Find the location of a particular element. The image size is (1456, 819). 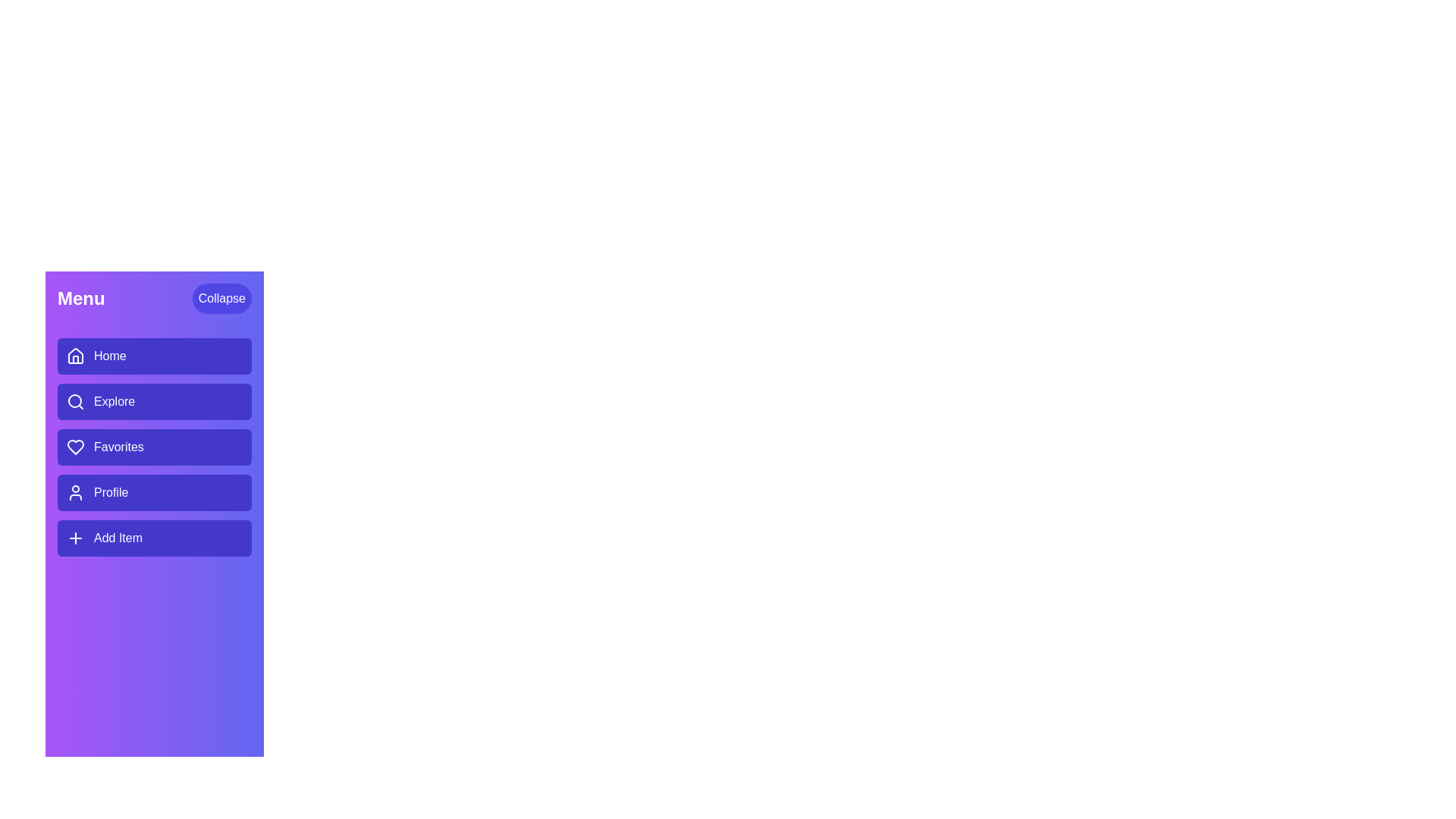

the menu item Profile to navigate to its respective section is located at coordinates (154, 493).